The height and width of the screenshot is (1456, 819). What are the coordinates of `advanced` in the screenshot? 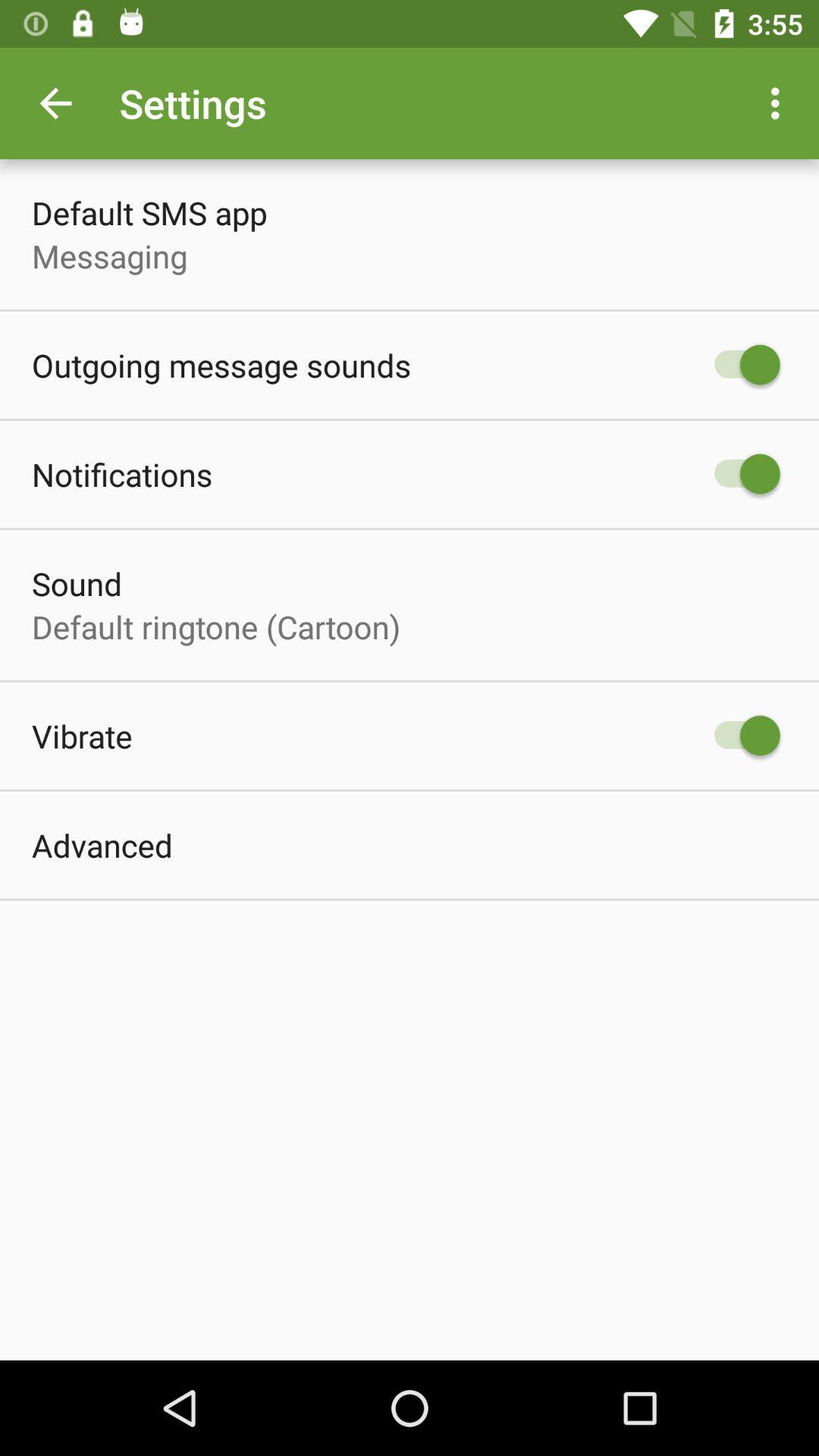 It's located at (102, 844).